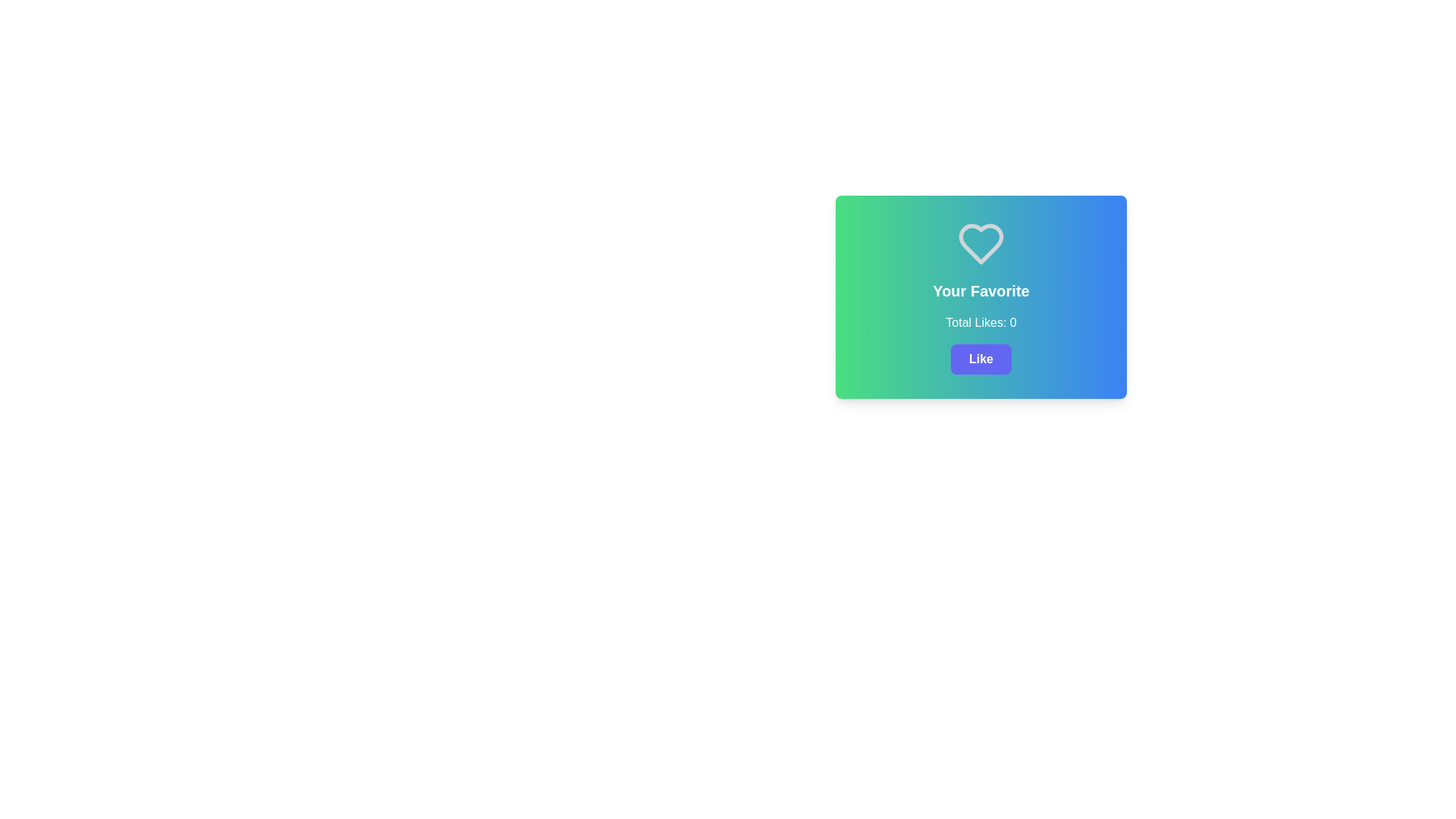 The image size is (1456, 819). What do you see at coordinates (981, 243) in the screenshot?
I see `the heart icon located at the top section of the card, which represents favoriting or expressions of affection towards content` at bounding box center [981, 243].